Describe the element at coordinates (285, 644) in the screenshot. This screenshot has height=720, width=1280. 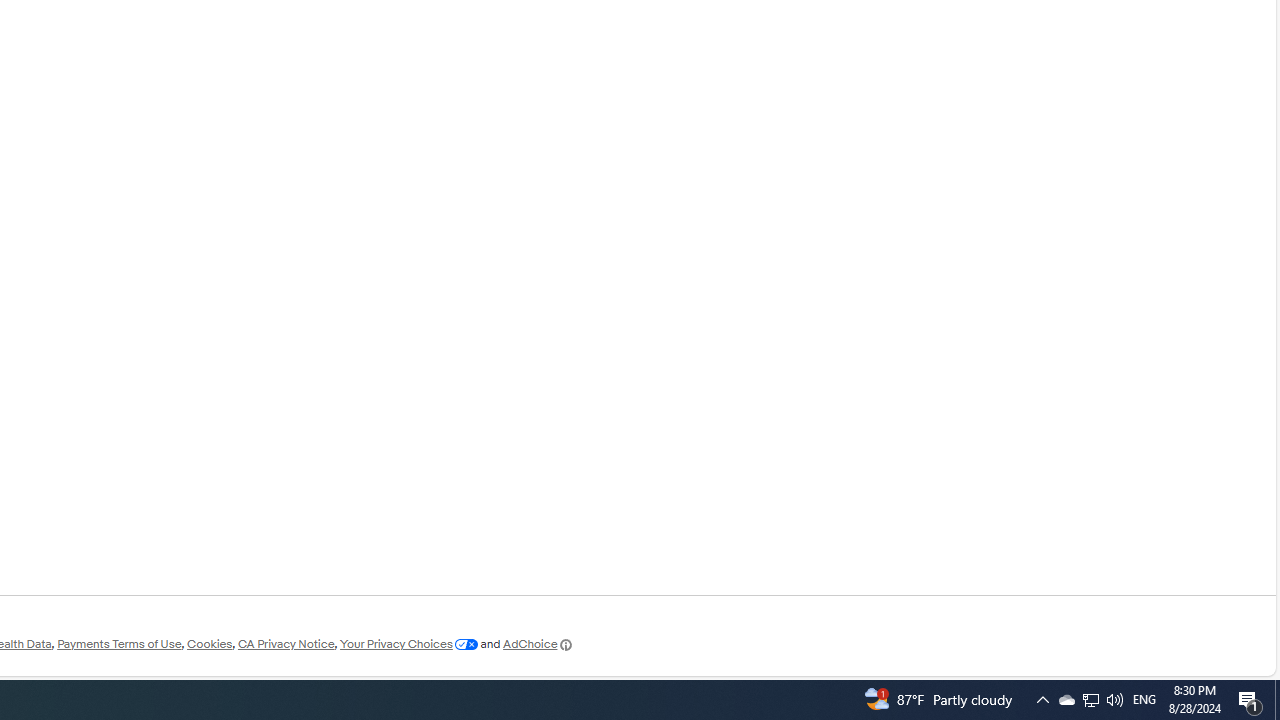
I see `'CA Privacy Notice'` at that location.